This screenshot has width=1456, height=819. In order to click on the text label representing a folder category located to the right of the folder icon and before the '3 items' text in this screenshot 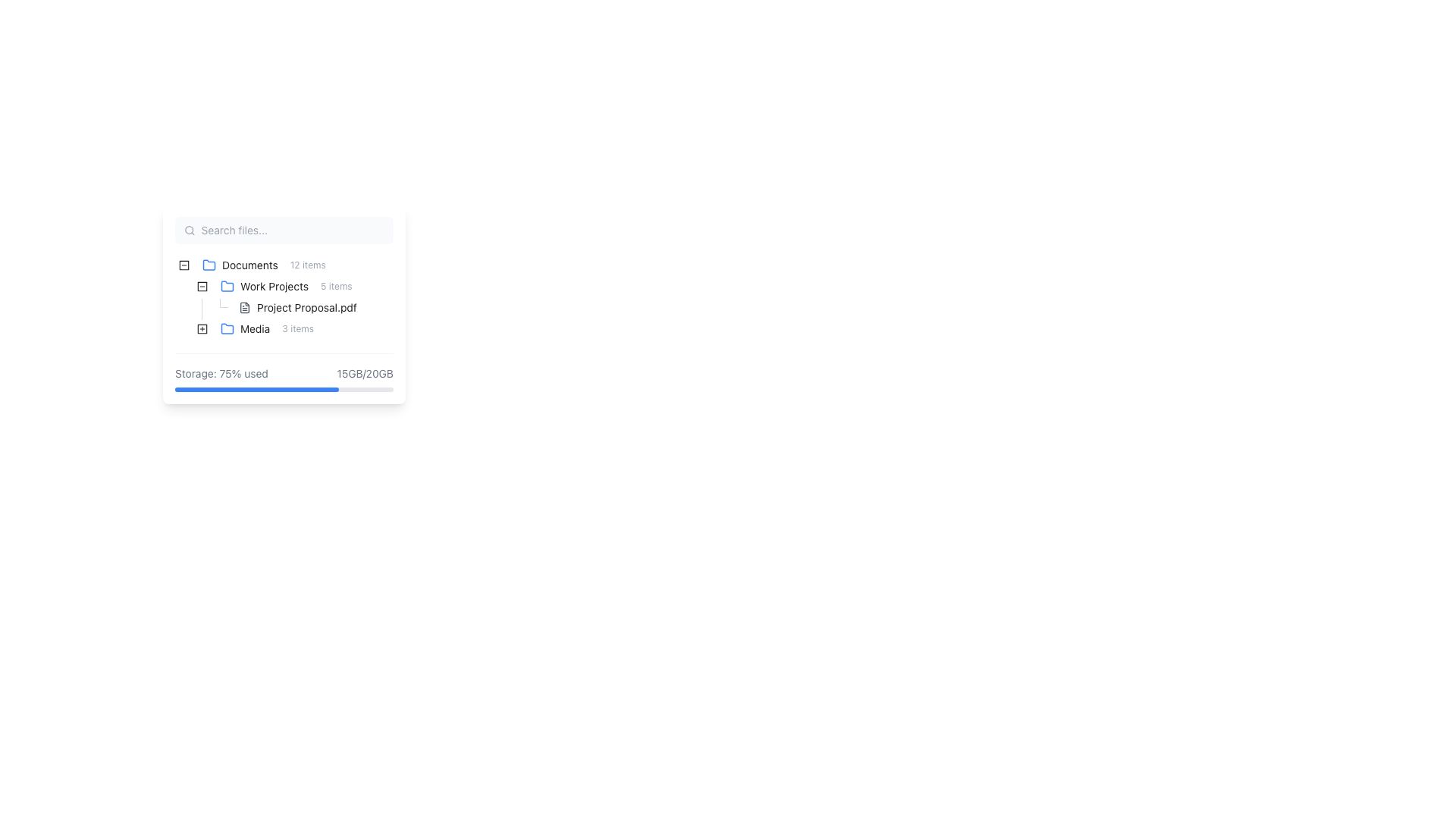, I will do `click(255, 328)`.